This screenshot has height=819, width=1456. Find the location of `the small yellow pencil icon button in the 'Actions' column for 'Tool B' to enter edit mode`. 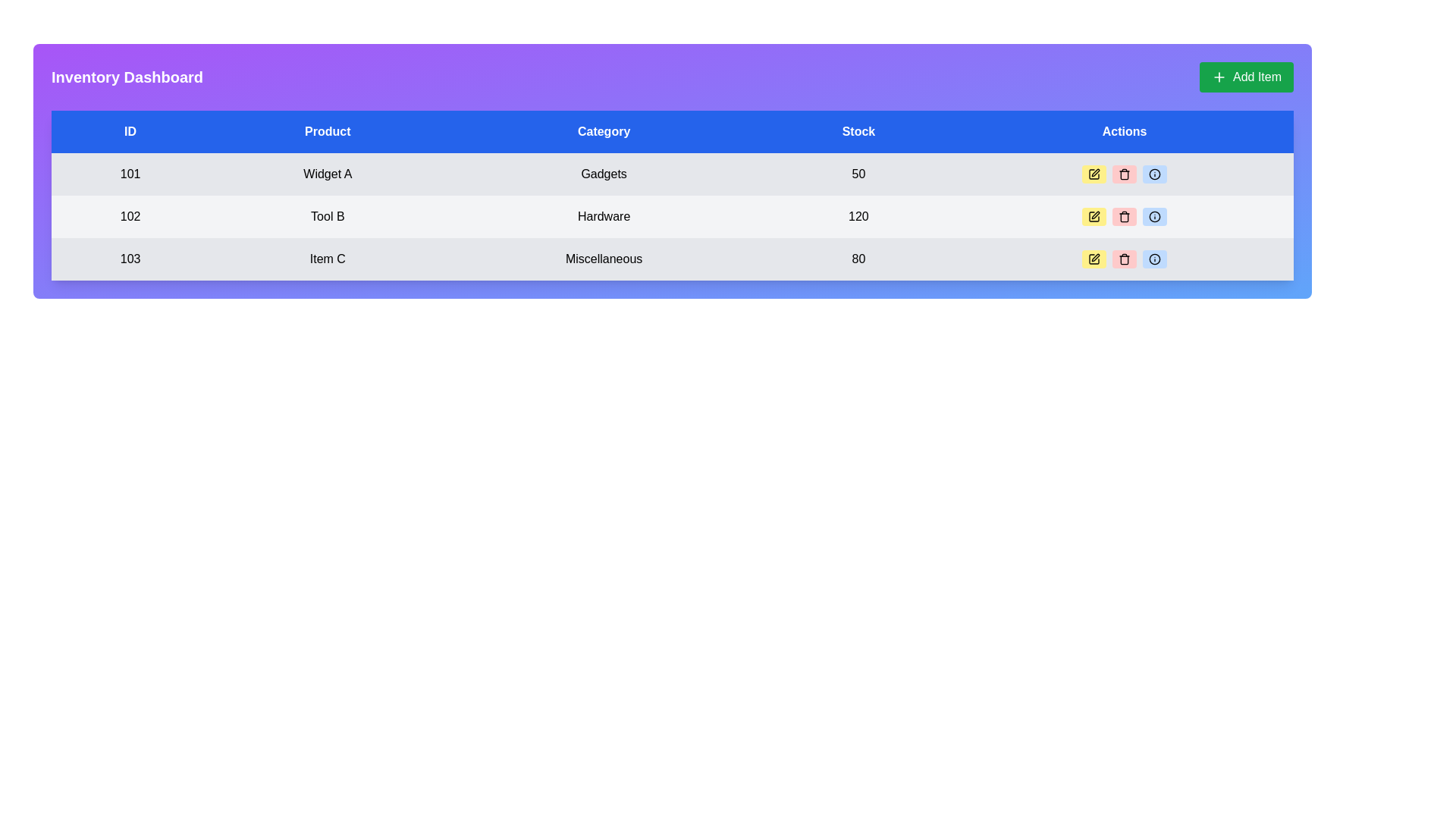

the small yellow pencil icon button in the 'Actions' column for 'Tool B' to enter edit mode is located at coordinates (1094, 216).